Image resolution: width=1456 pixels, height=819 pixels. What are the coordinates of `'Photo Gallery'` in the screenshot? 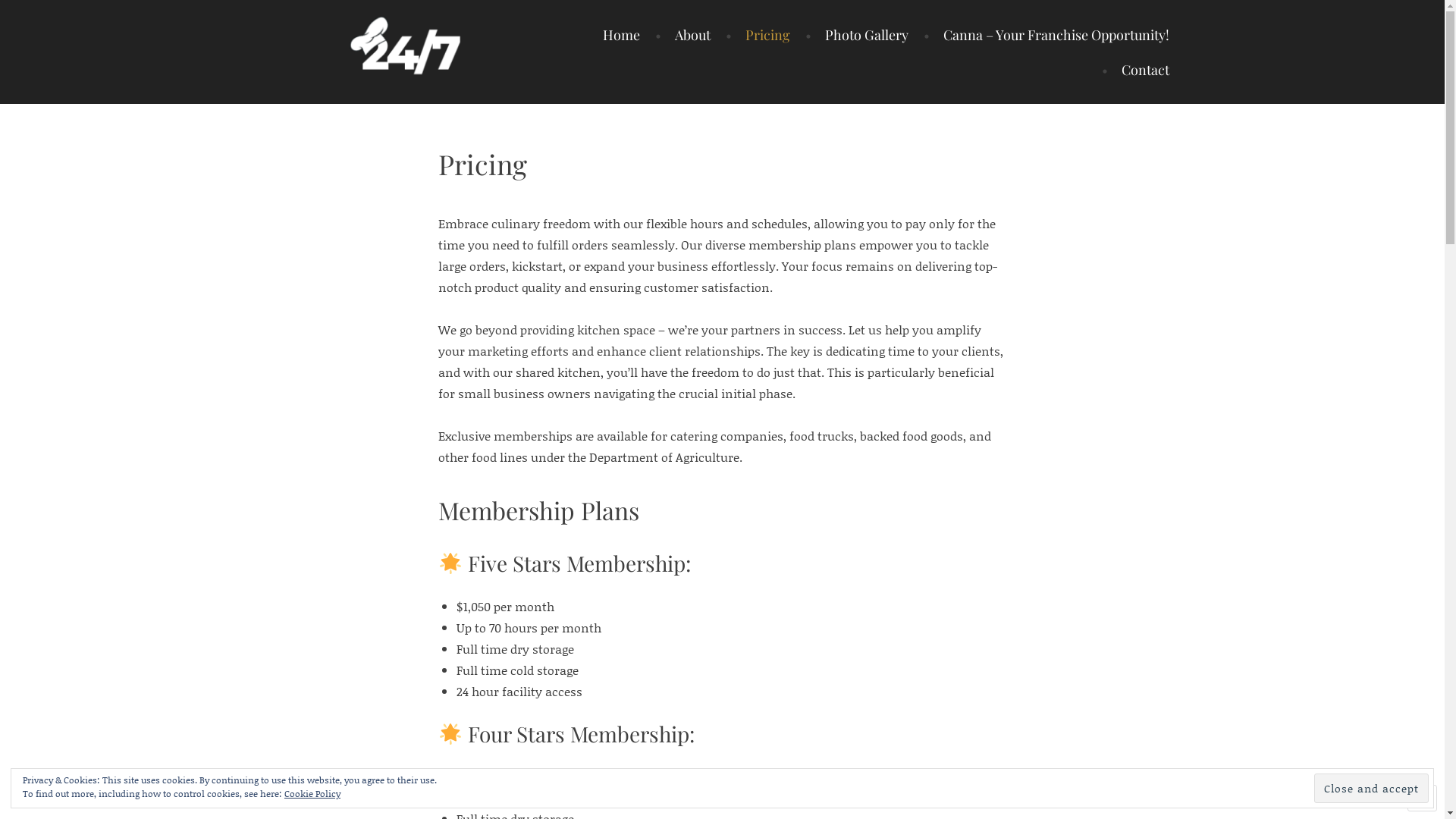 It's located at (804, 34).